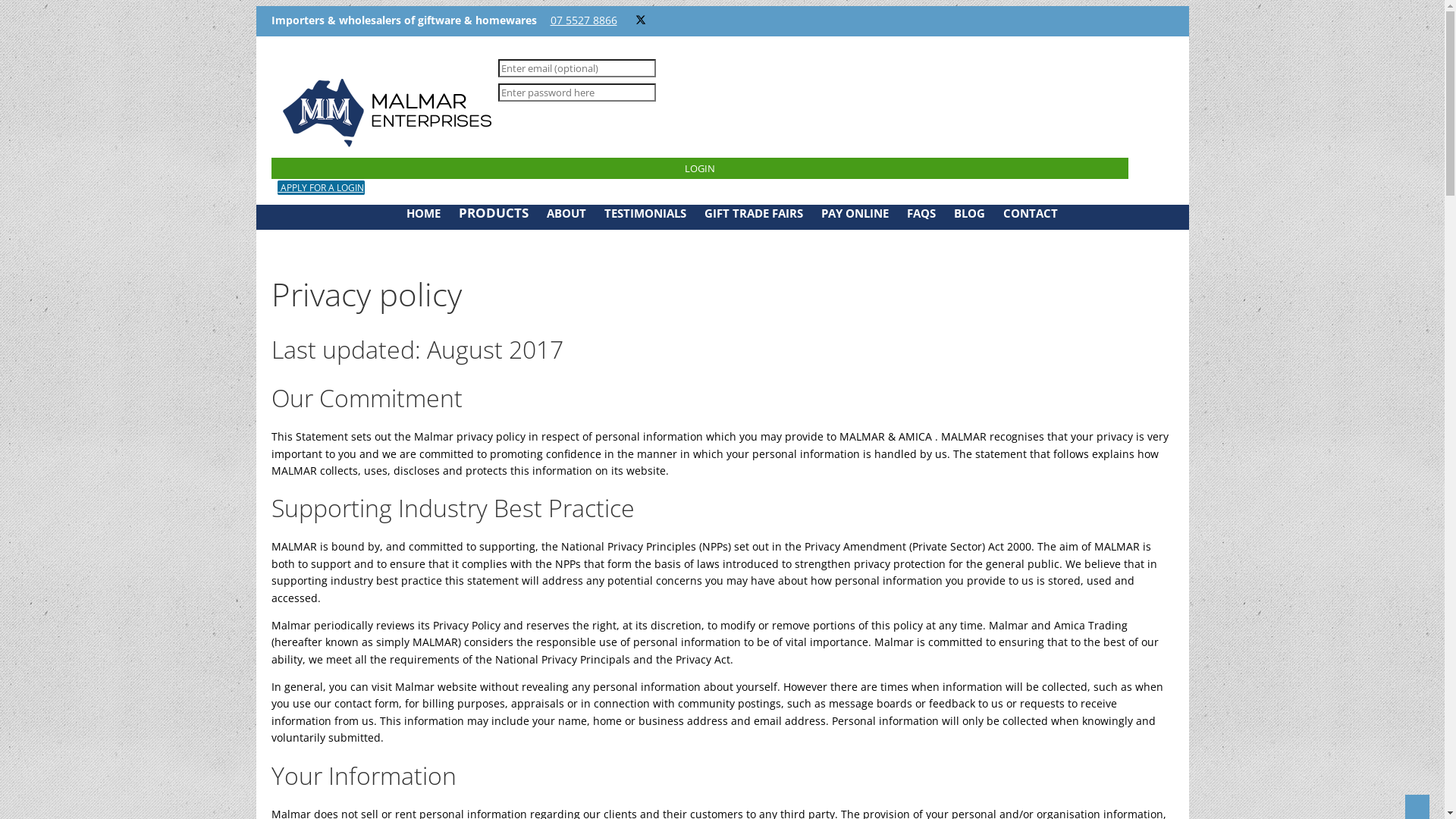 Image resolution: width=1456 pixels, height=819 pixels. I want to click on 'HOME', so click(406, 213).